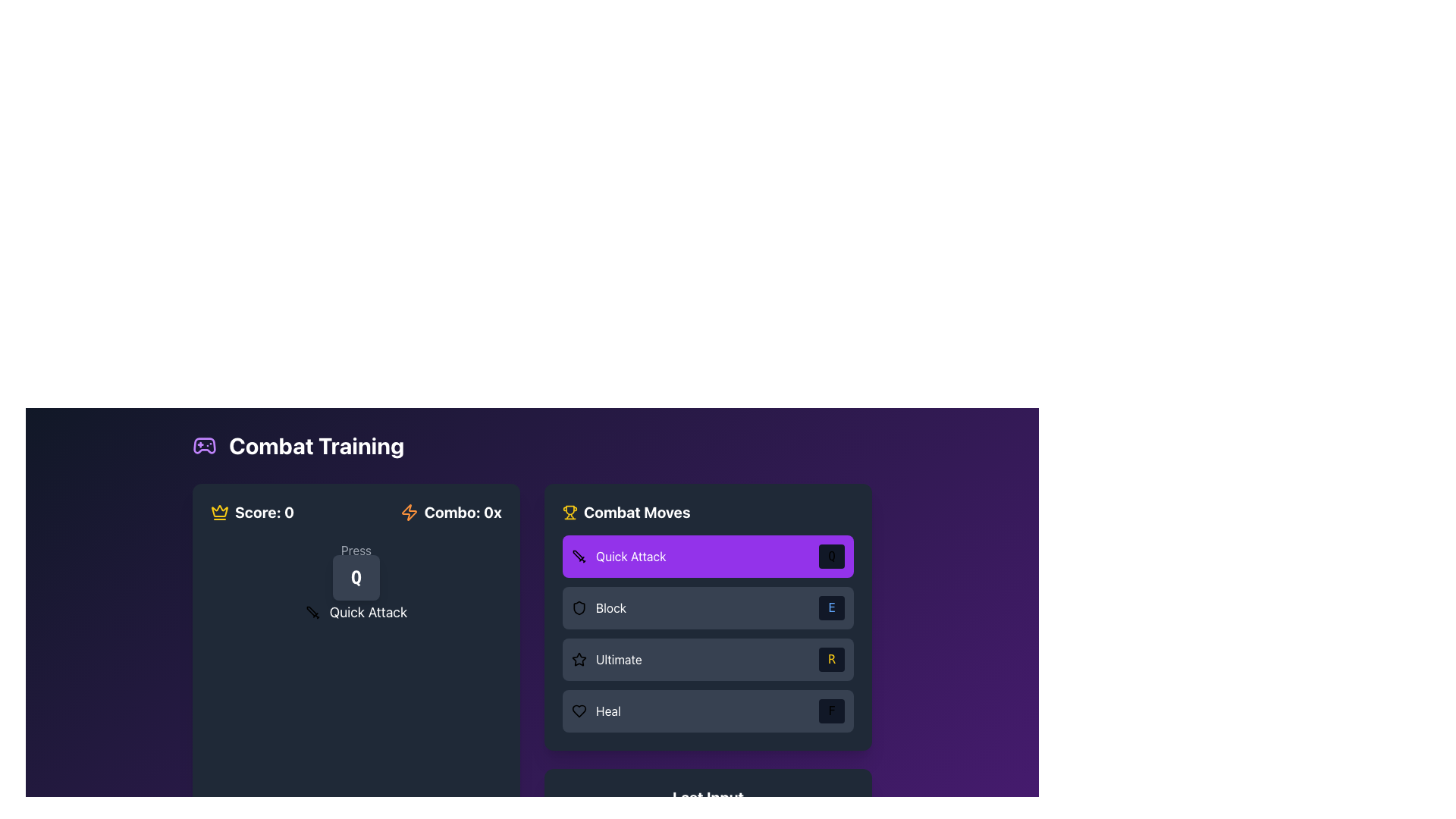  What do you see at coordinates (708, 659) in the screenshot?
I see `the 'Ultimate' combat move option in the 'Combat Moves' panel` at bounding box center [708, 659].